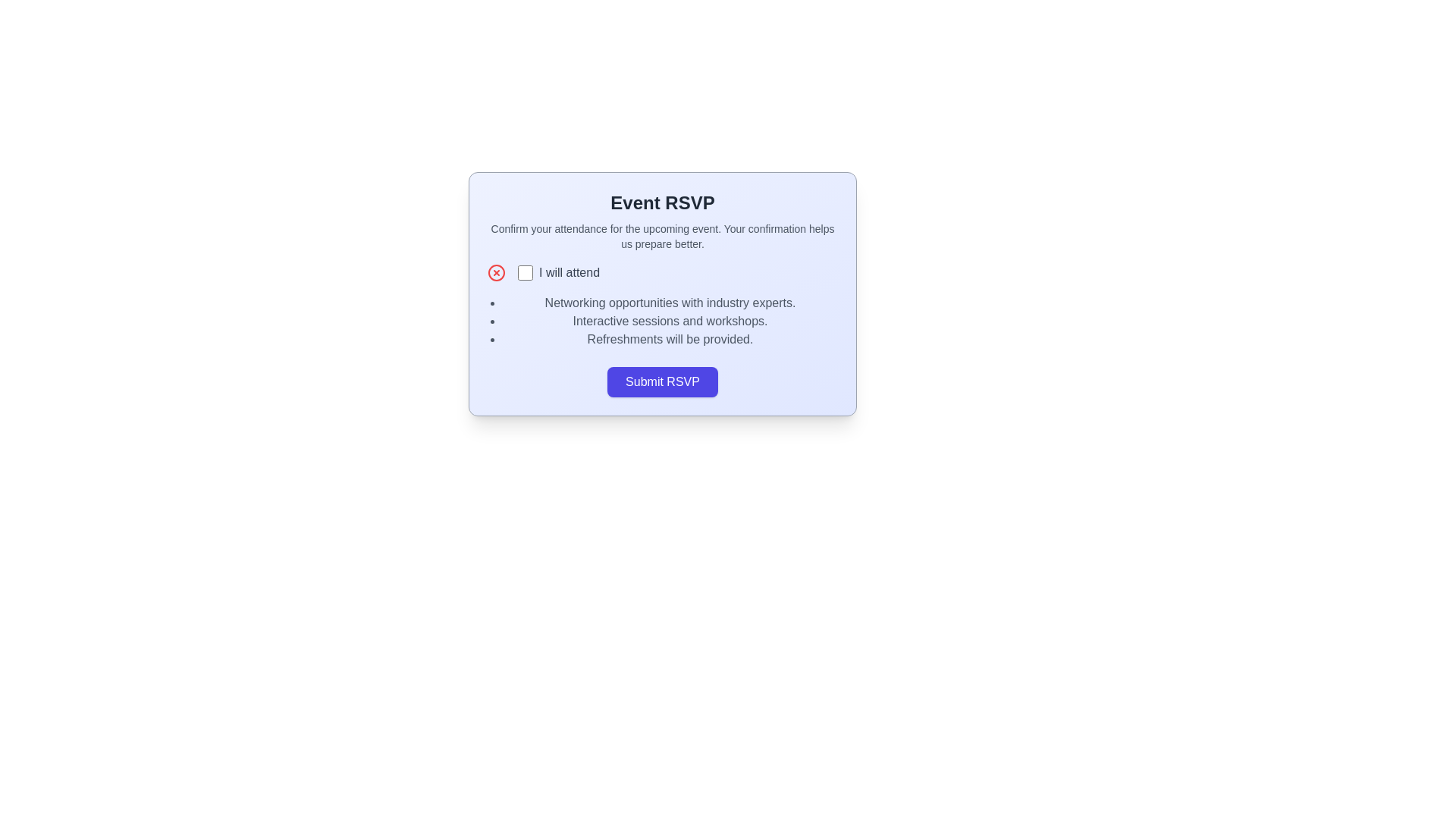 The image size is (1456, 819). Describe the element at coordinates (662, 237) in the screenshot. I see `the informative text label that provides context about confirming attendance for the event, located below the 'Event RSVP' title` at that location.